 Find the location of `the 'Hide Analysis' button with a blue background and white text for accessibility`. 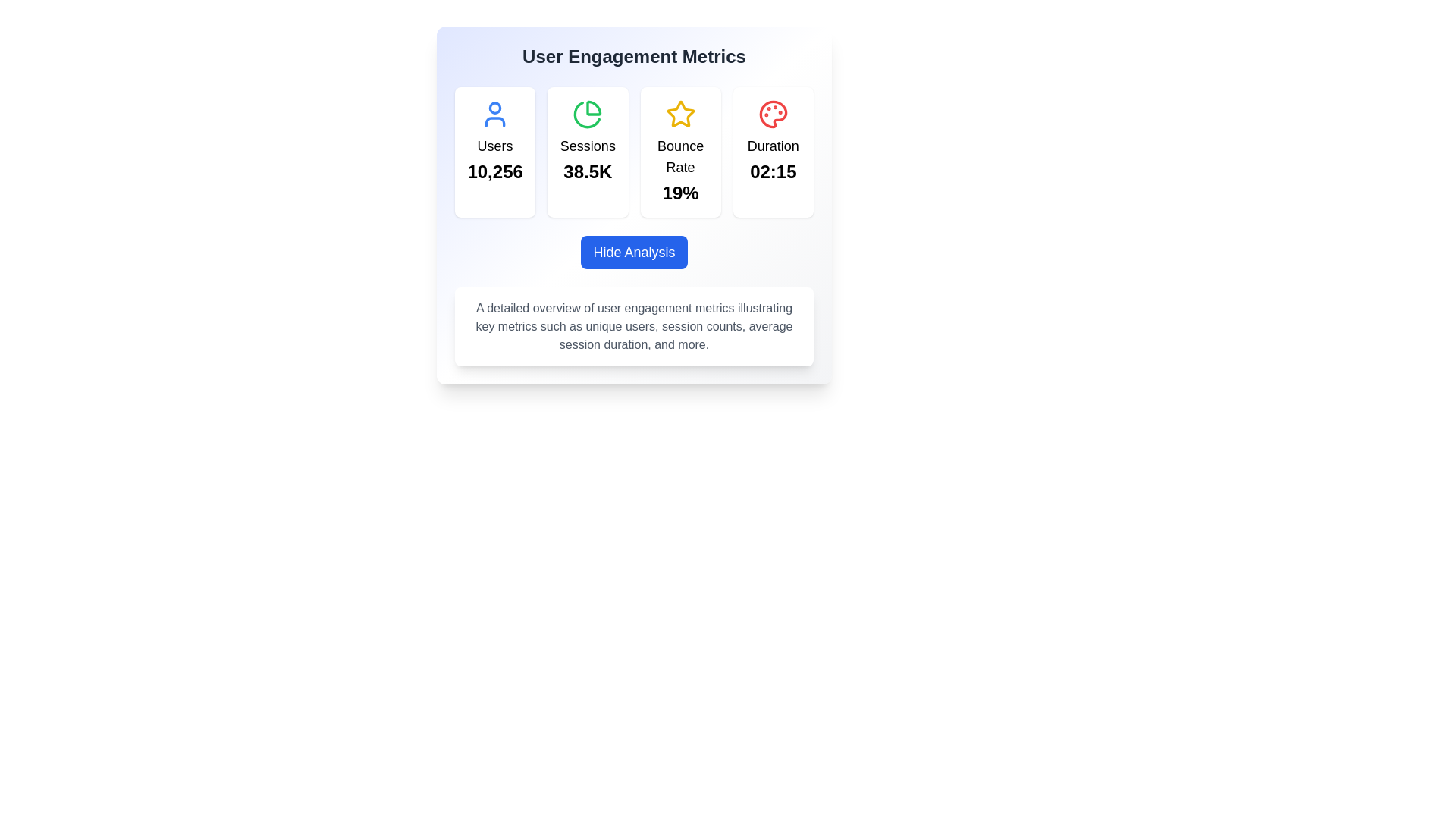

the 'Hide Analysis' button with a blue background and white text for accessibility is located at coordinates (634, 251).